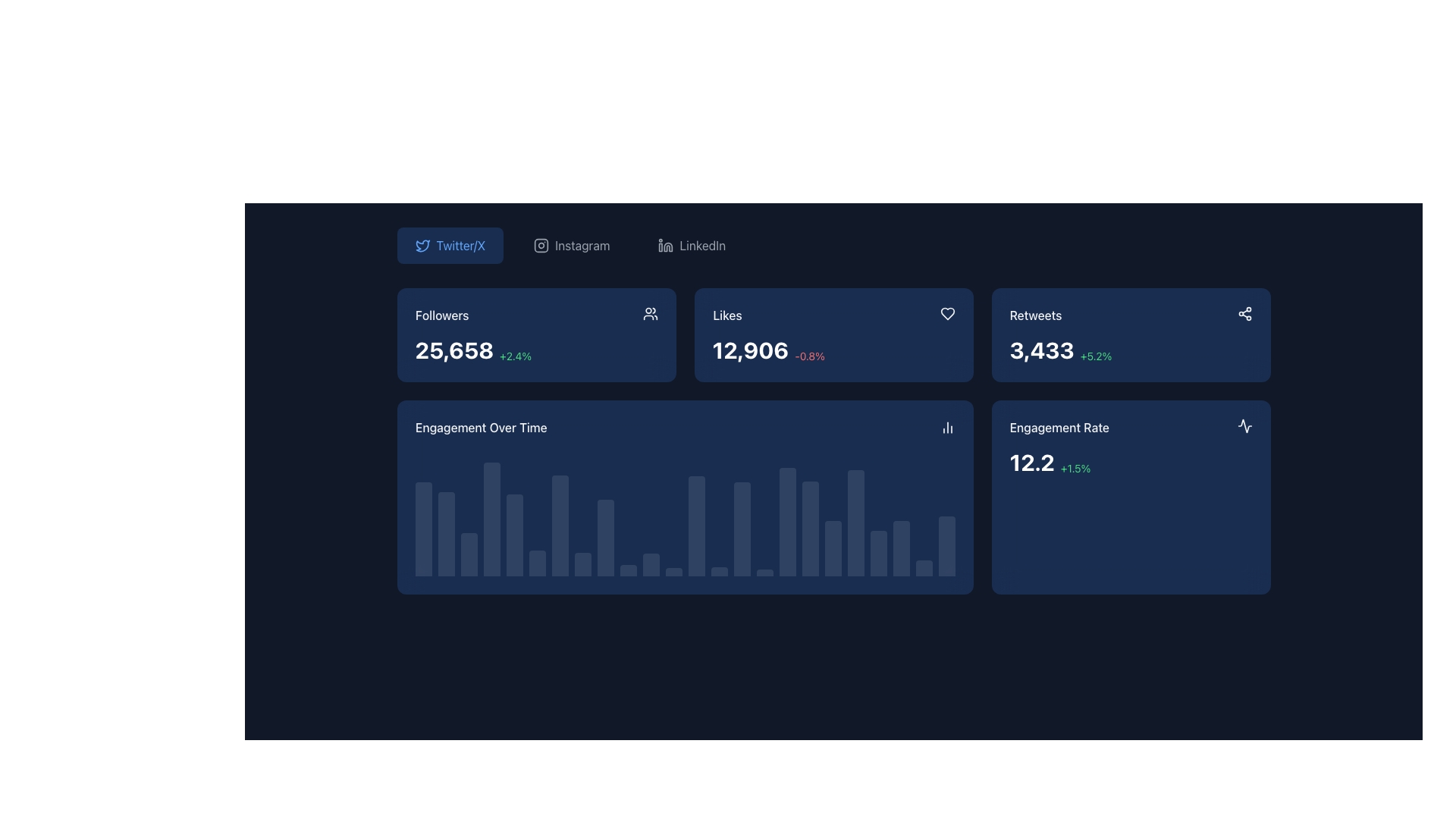 This screenshot has height=819, width=1456. What do you see at coordinates (449, 245) in the screenshot?
I see `the Twitter/X button, which is a rectangular button with rounded corners, blue background, and contains a Twitter bird icon followed by the text 'Twitter/X', located at the top left above the main content section` at bounding box center [449, 245].